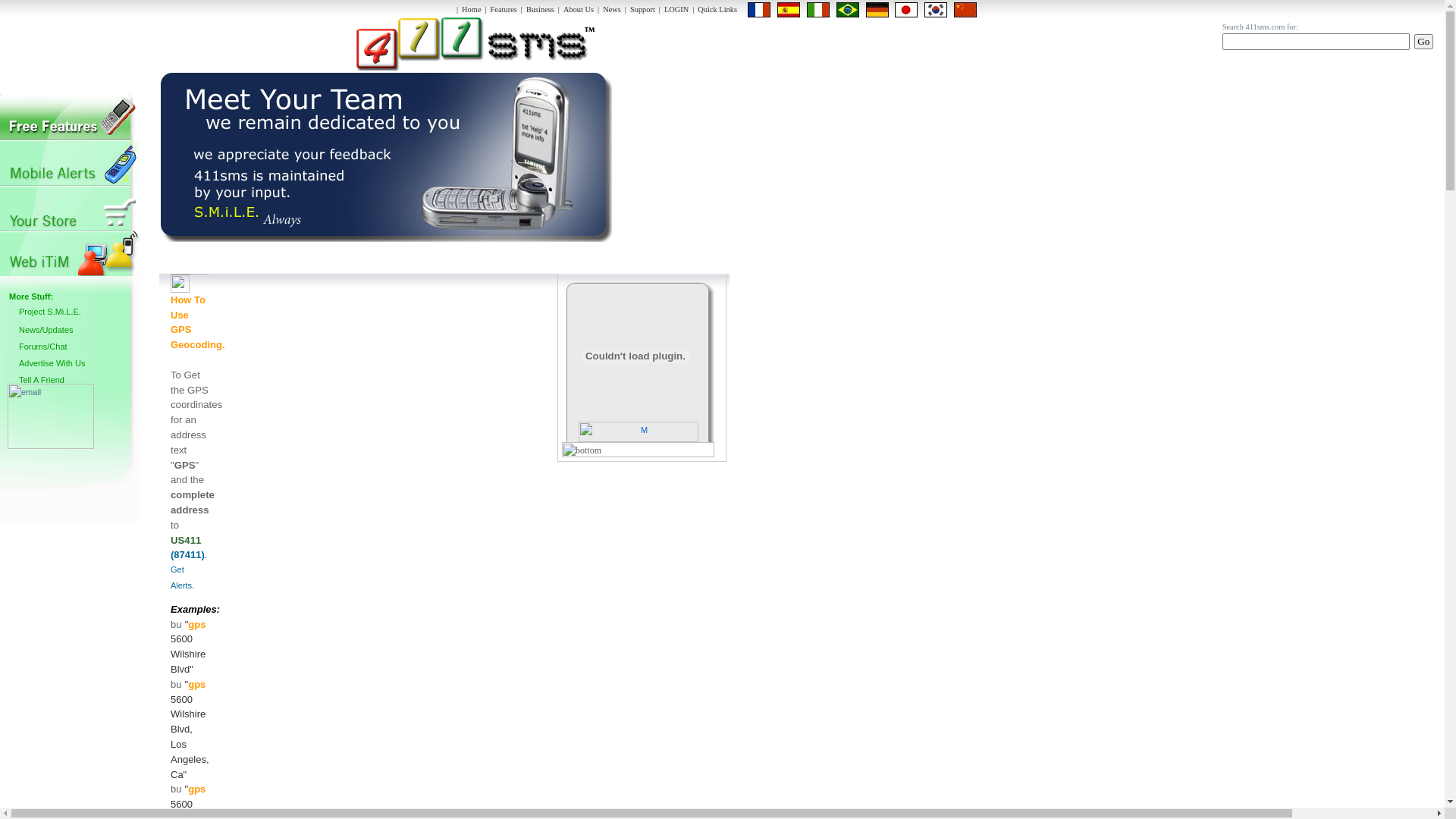 Image resolution: width=1456 pixels, height=819 pixels. Describe the element at coordinates (79, 330) in the screenshot. I see `'News/Updates'` at that location.